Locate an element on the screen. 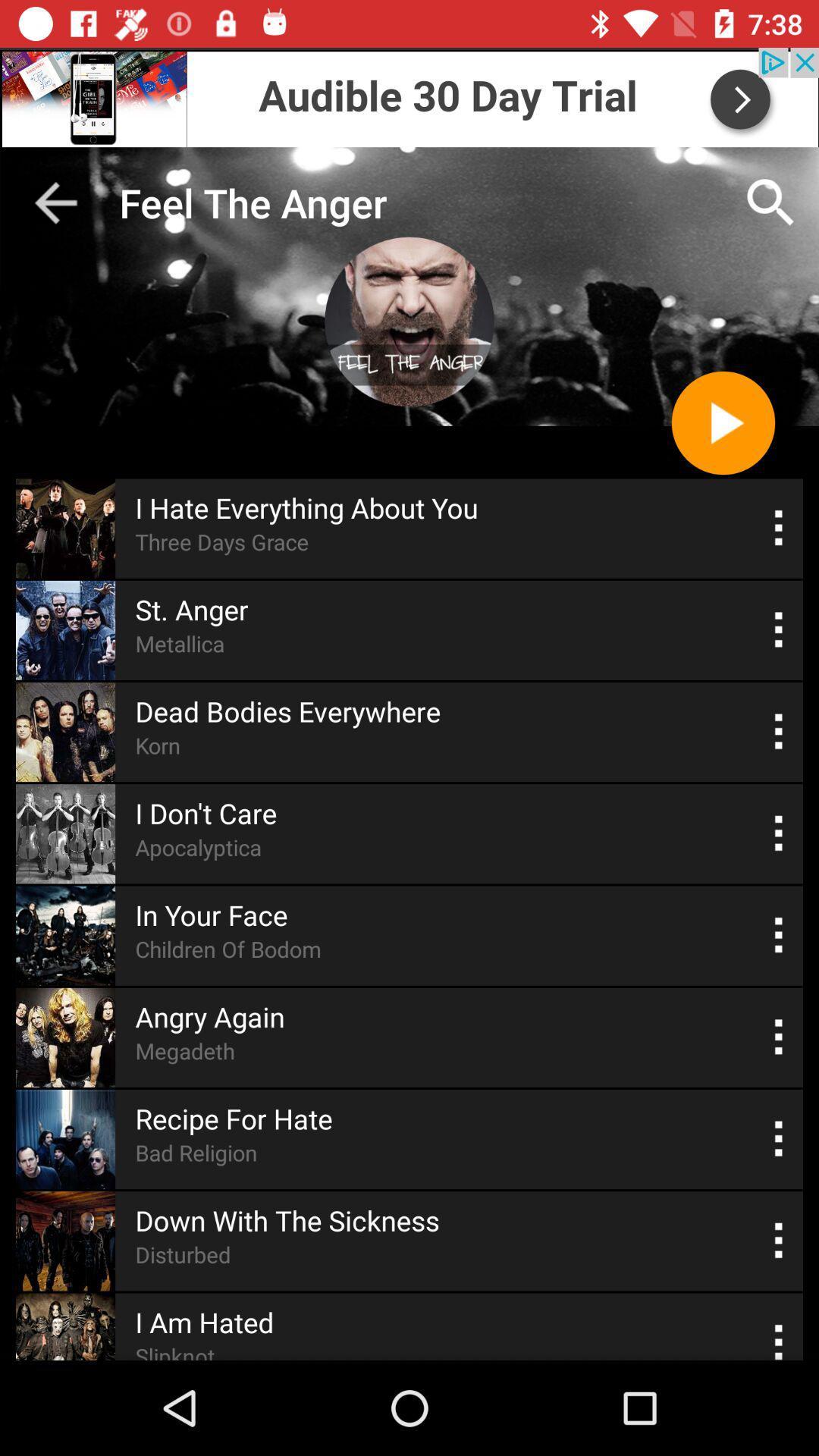  the last image is located at coordinates (64, 1326).